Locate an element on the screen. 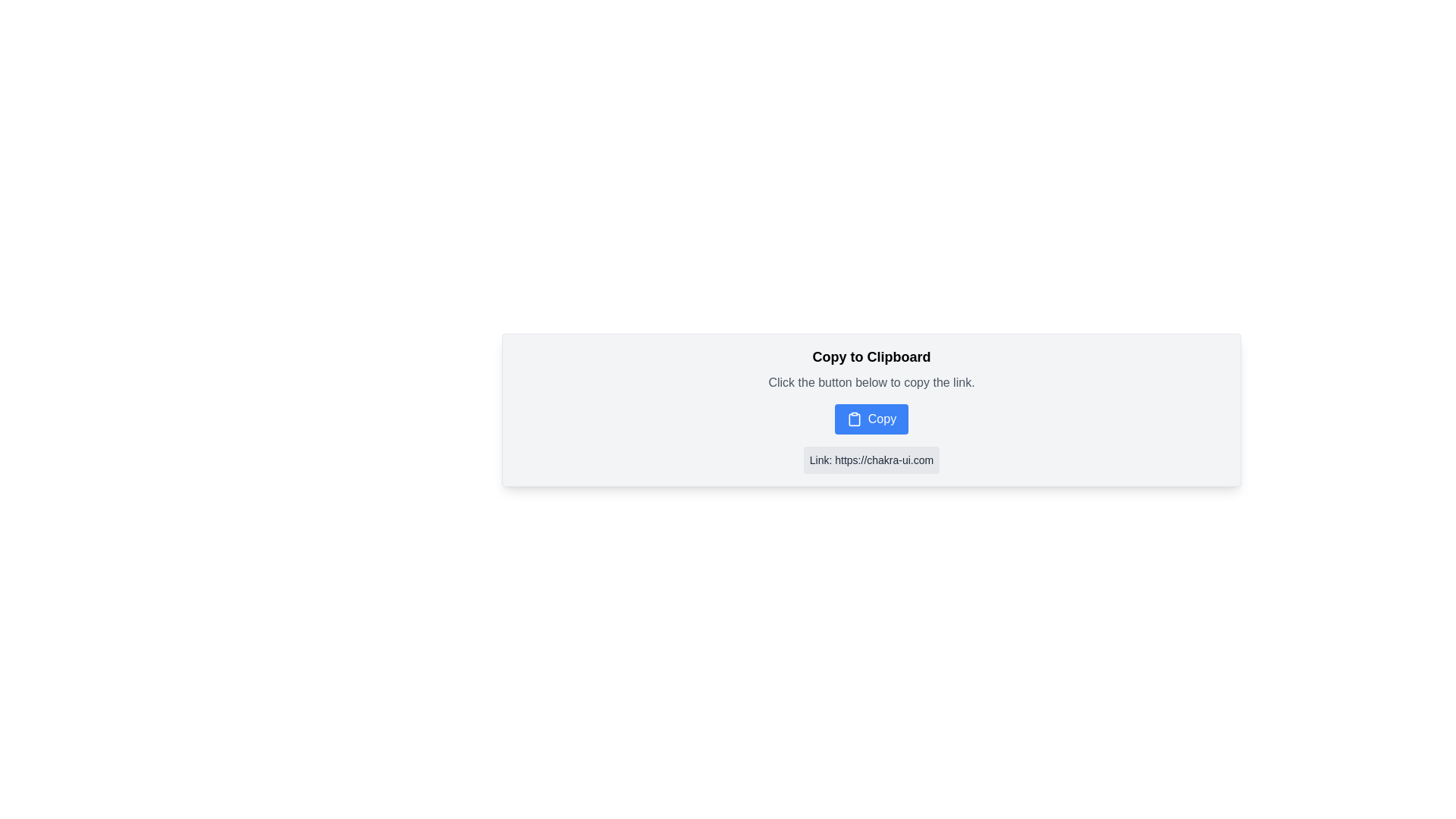  the instruction label located below the 'Copy to Clipboard' header and above the 'Copy' button is located at coordinates (871, 382).